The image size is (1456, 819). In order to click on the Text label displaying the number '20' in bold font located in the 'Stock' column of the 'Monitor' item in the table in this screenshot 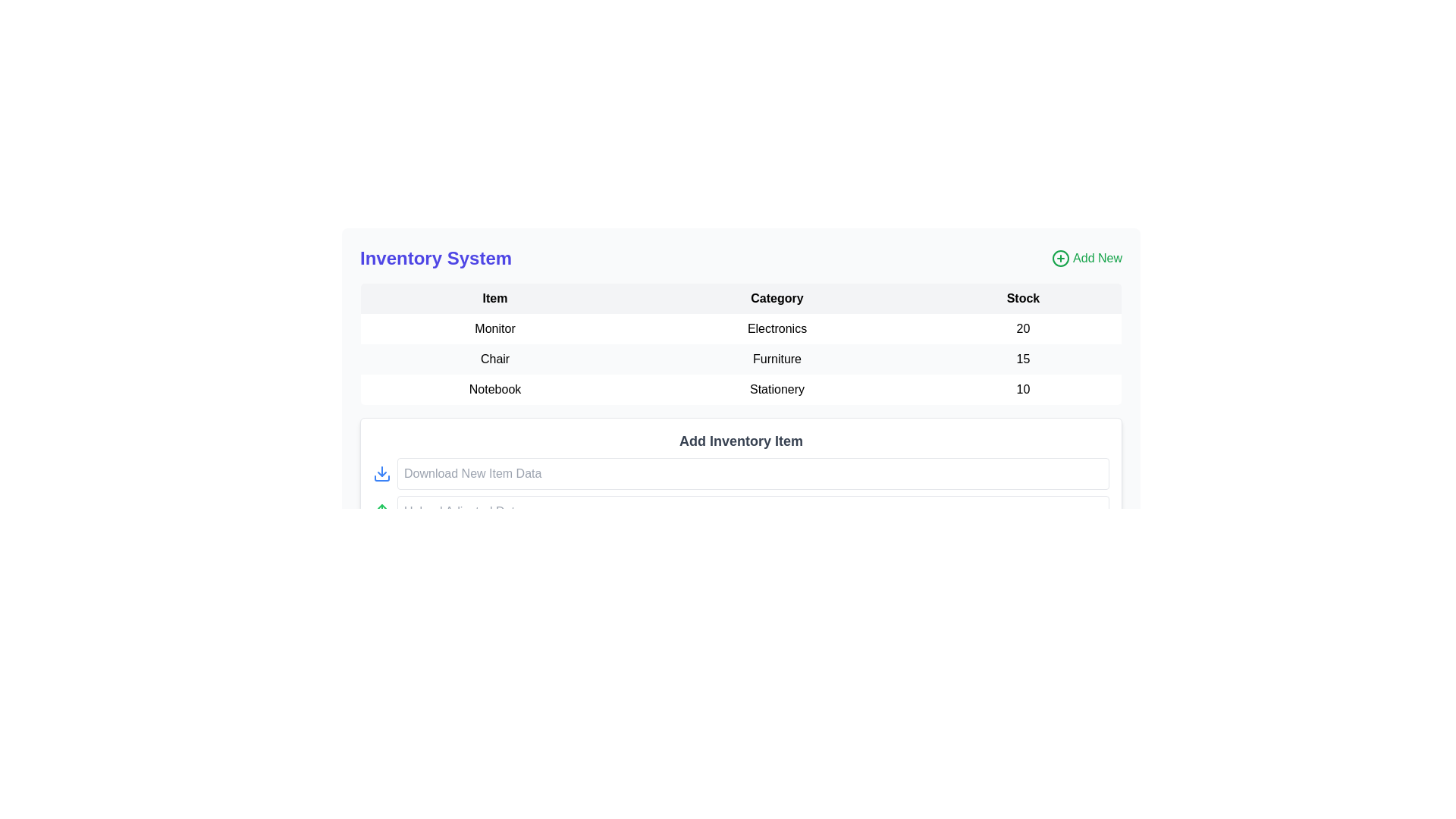, I will do `click(1023, 328)`.